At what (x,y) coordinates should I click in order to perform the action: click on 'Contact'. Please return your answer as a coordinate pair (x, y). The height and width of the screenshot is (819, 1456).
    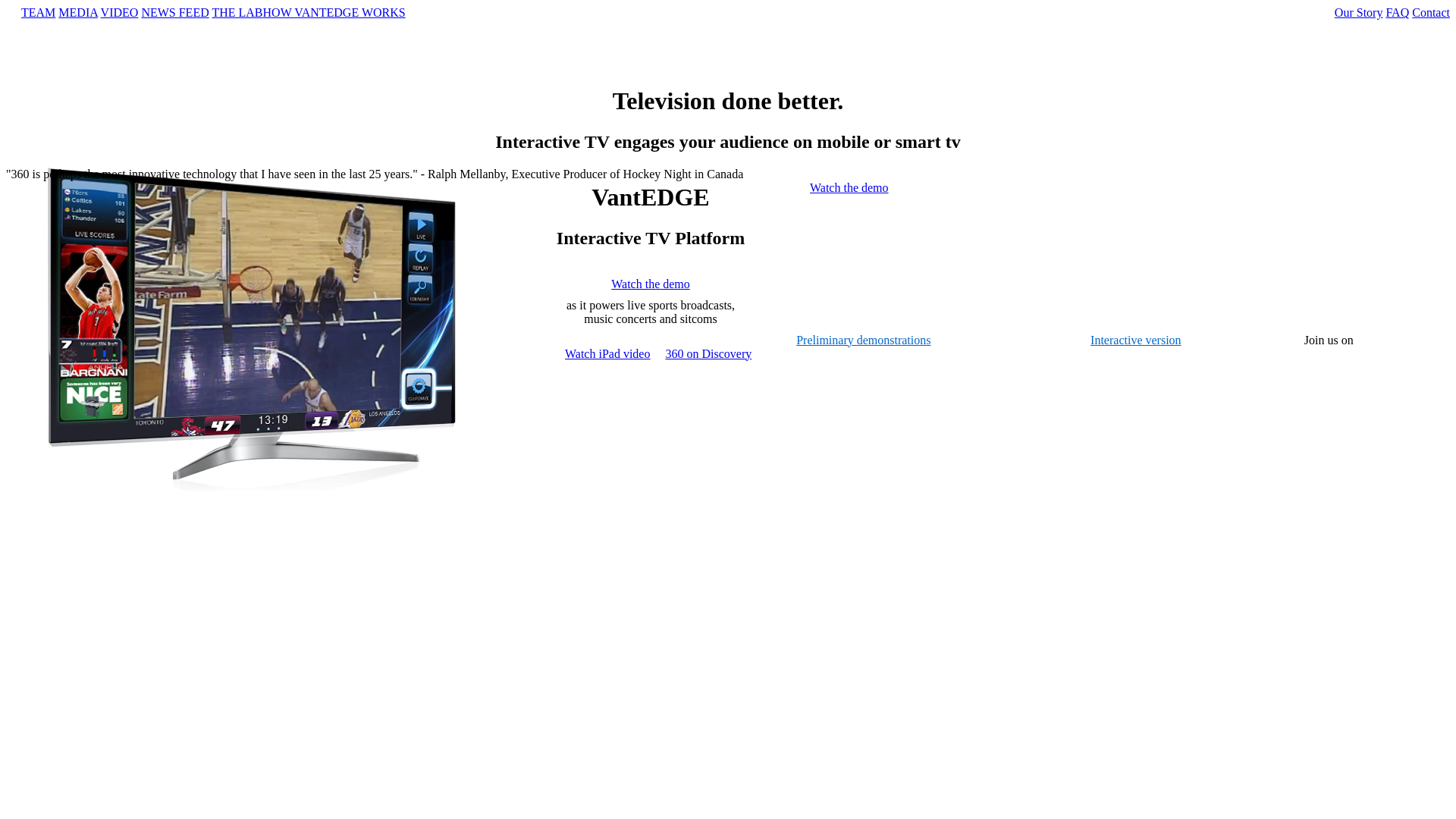
    Looking at the image, I should click on (1429, 12).